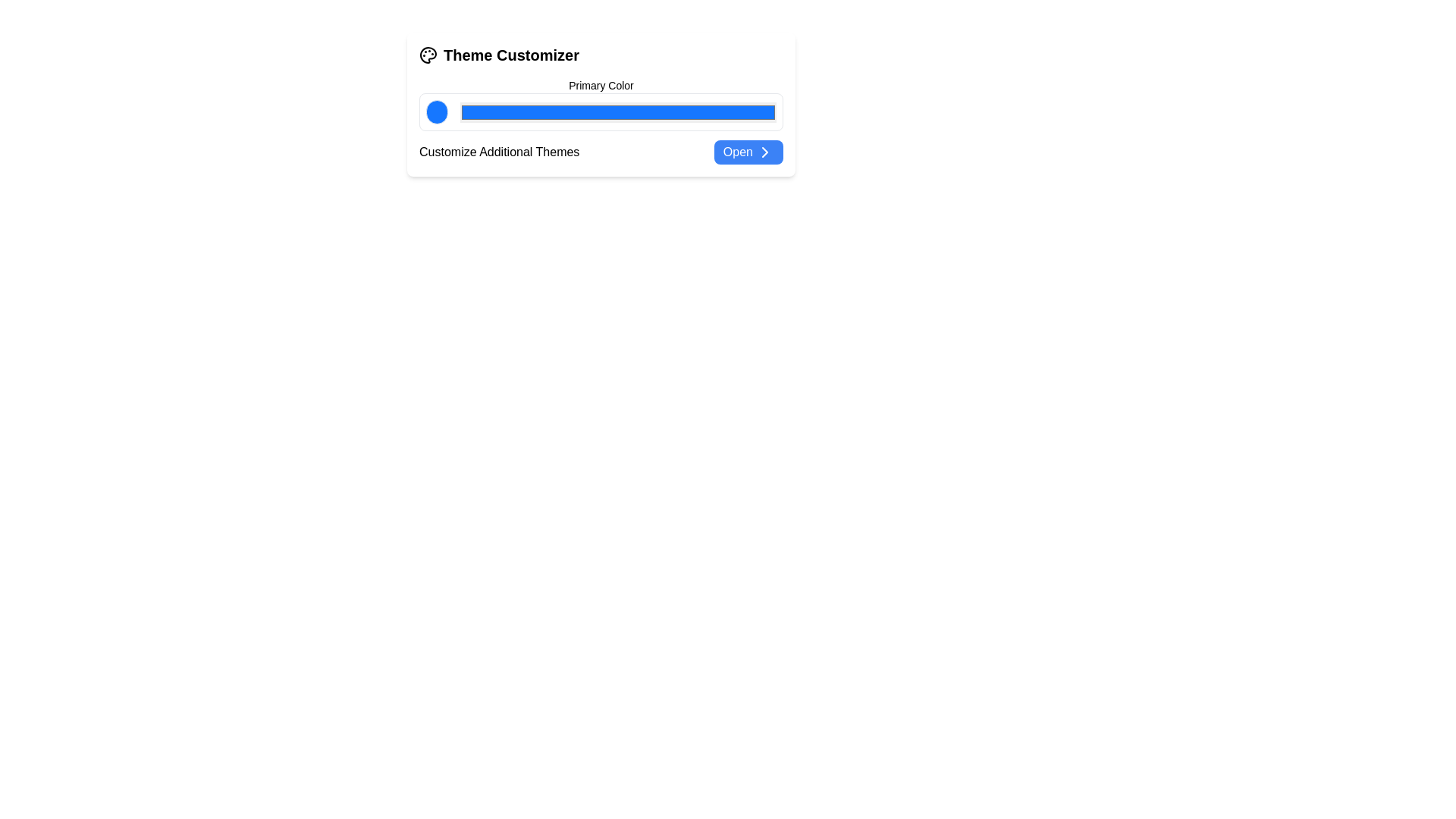 This screenshot has height=819, width=1456. I want to click on the chevron icon located at the far right edge of the 'Open' button, so click(764, 152).